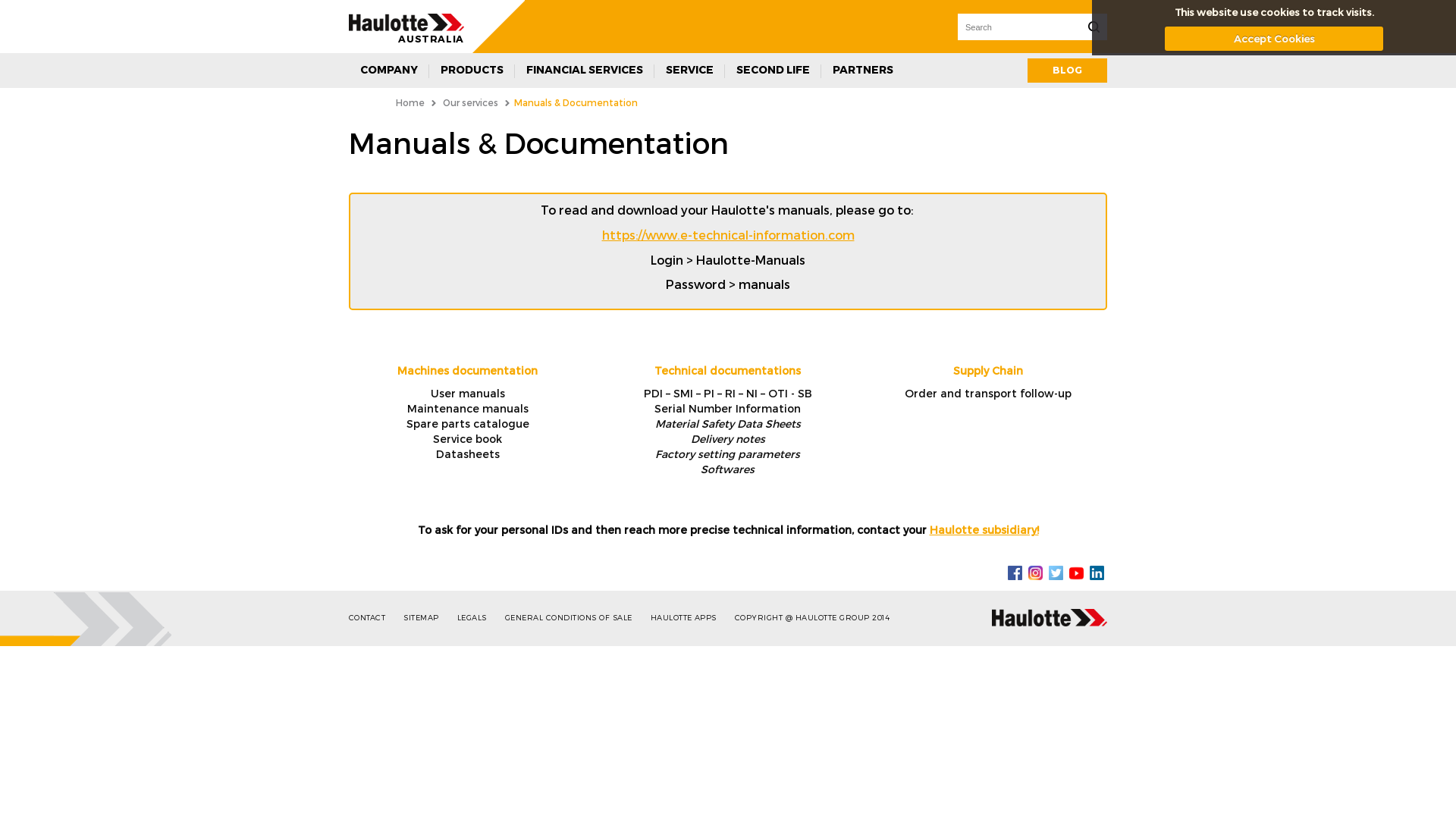 The image size is (1456, 819). What do you see at coordinates (1015, 571) in the screenshot?
I see `'Facebook'` at bounding box center [1015, 571].